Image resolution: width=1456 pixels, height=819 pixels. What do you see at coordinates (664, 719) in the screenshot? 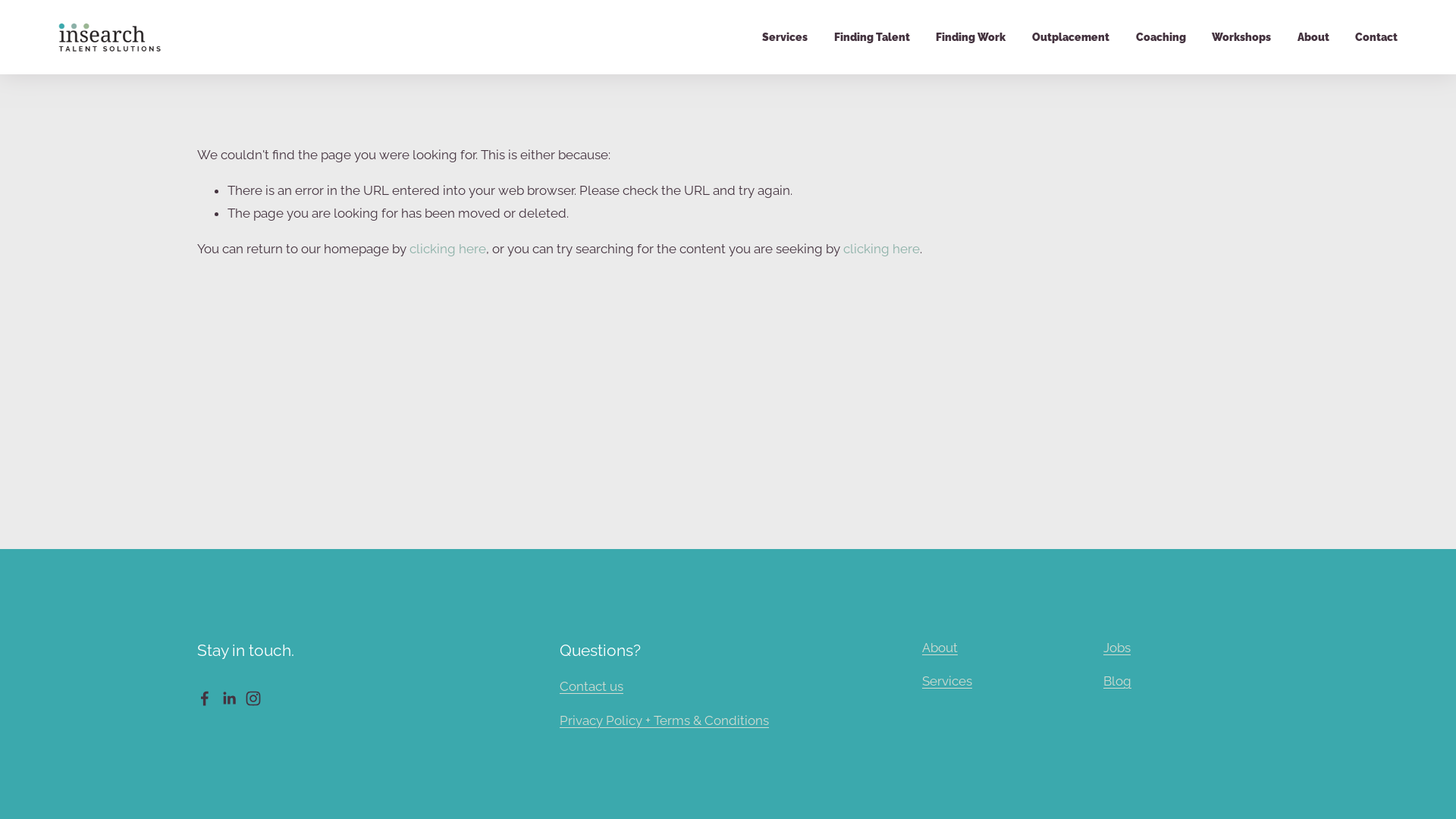
I see `'Privacy Policy + Terms & Conditions'` at bounding box center [664, 719].